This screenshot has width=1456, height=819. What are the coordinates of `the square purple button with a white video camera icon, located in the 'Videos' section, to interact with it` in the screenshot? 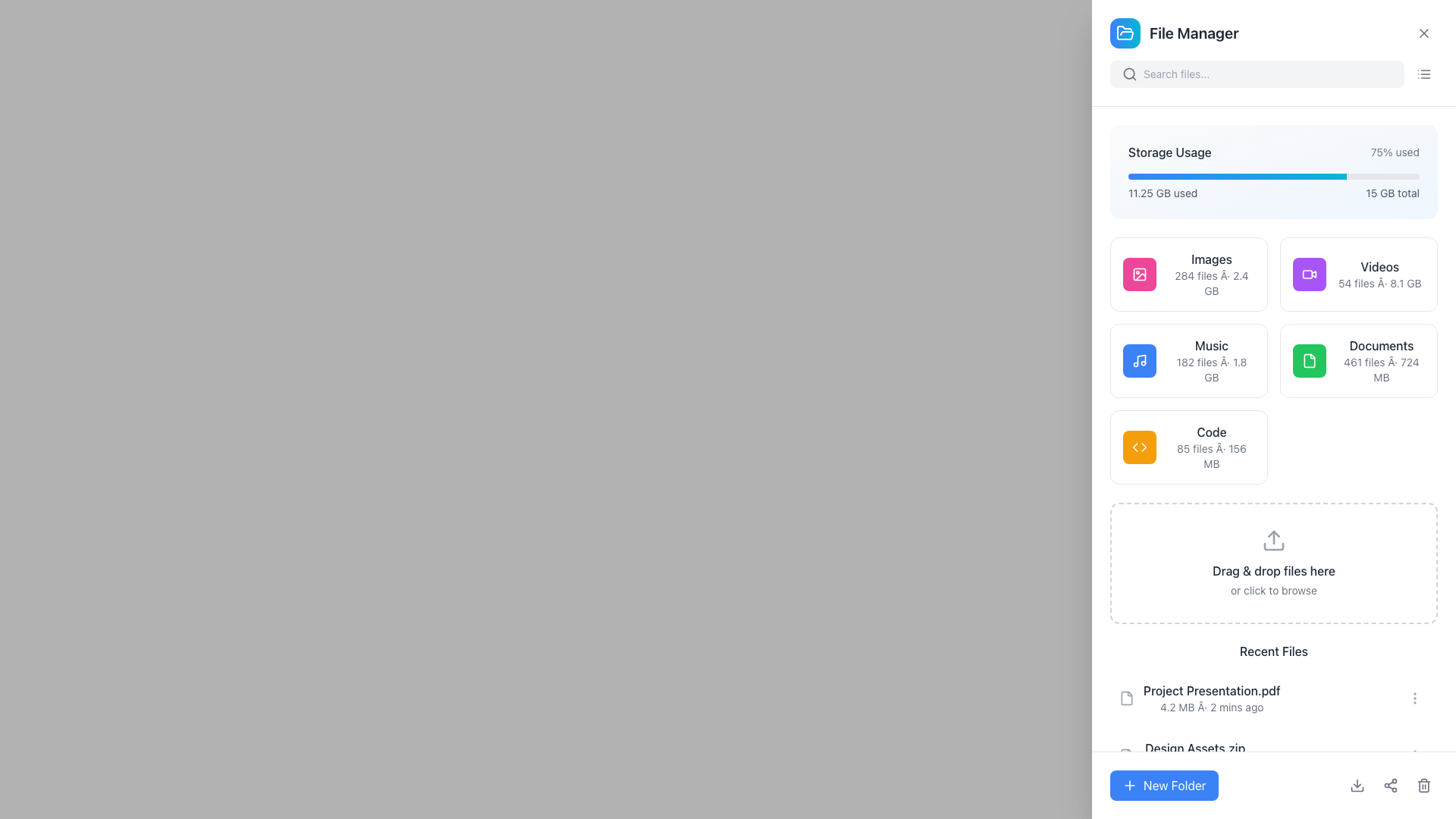 It's located at (1309, 275).